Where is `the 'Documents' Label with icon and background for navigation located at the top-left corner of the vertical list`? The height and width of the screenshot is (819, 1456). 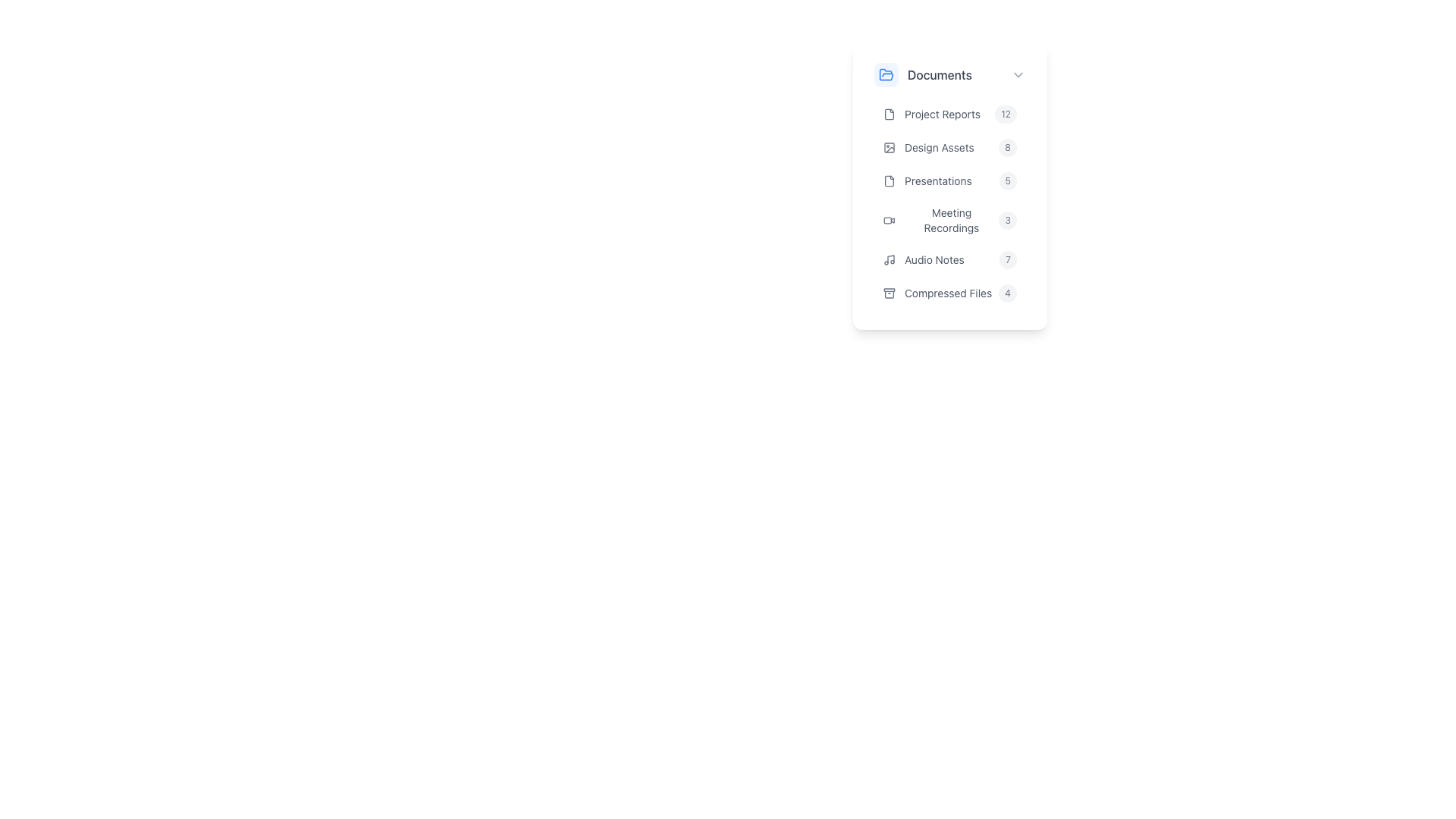
the 'Documents' Label with icon and background for navigation located at the top-left corner of the vertical list is located at coordinates (942, 75).